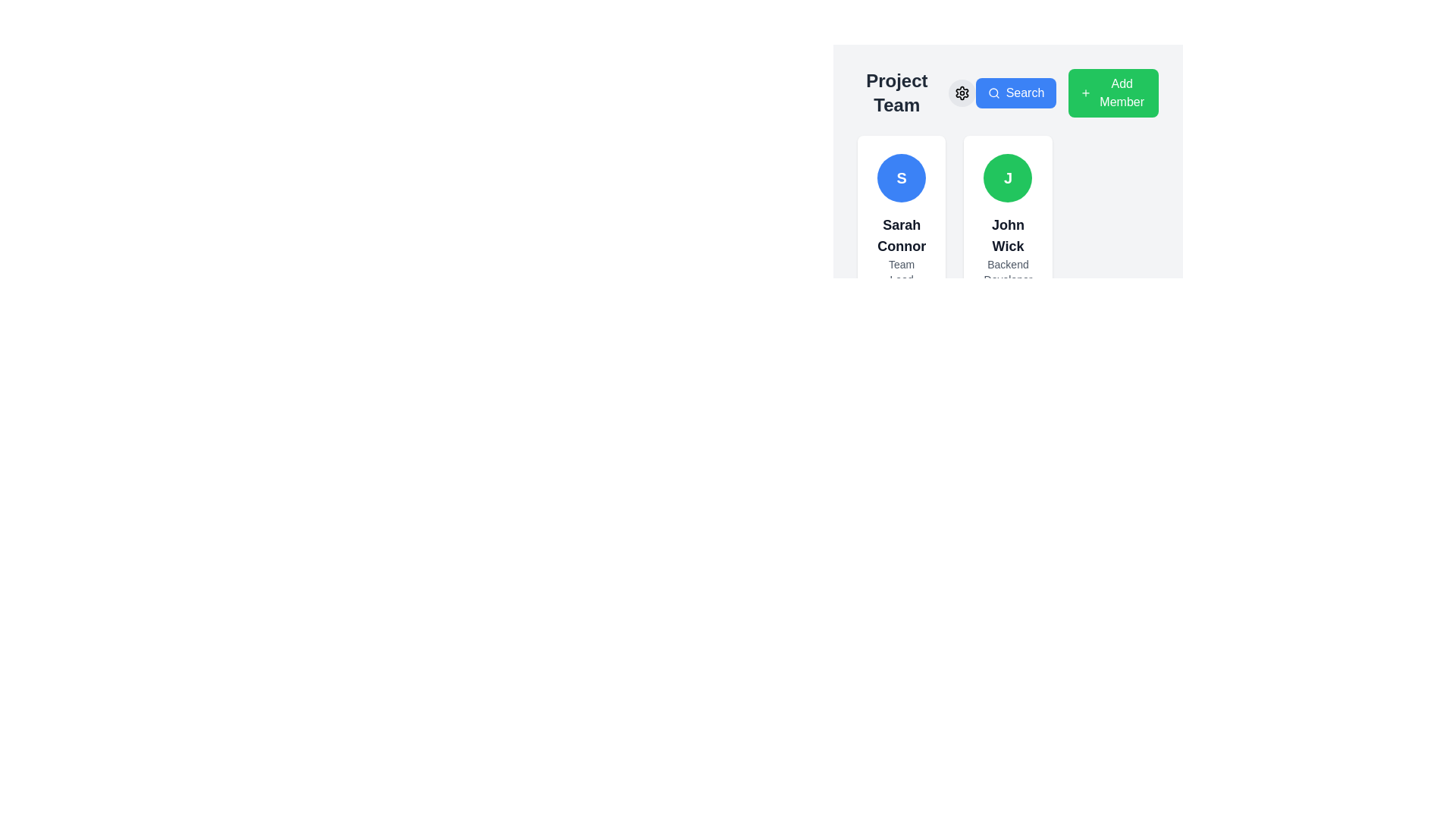 Image resolution: width=1456 pixels, height=819 pixels. What do you see at coordinates (961, 93) in the screenshot?
I see `the gear-shaped icon located at the top section of the layout` at bounding box center [961, 93].